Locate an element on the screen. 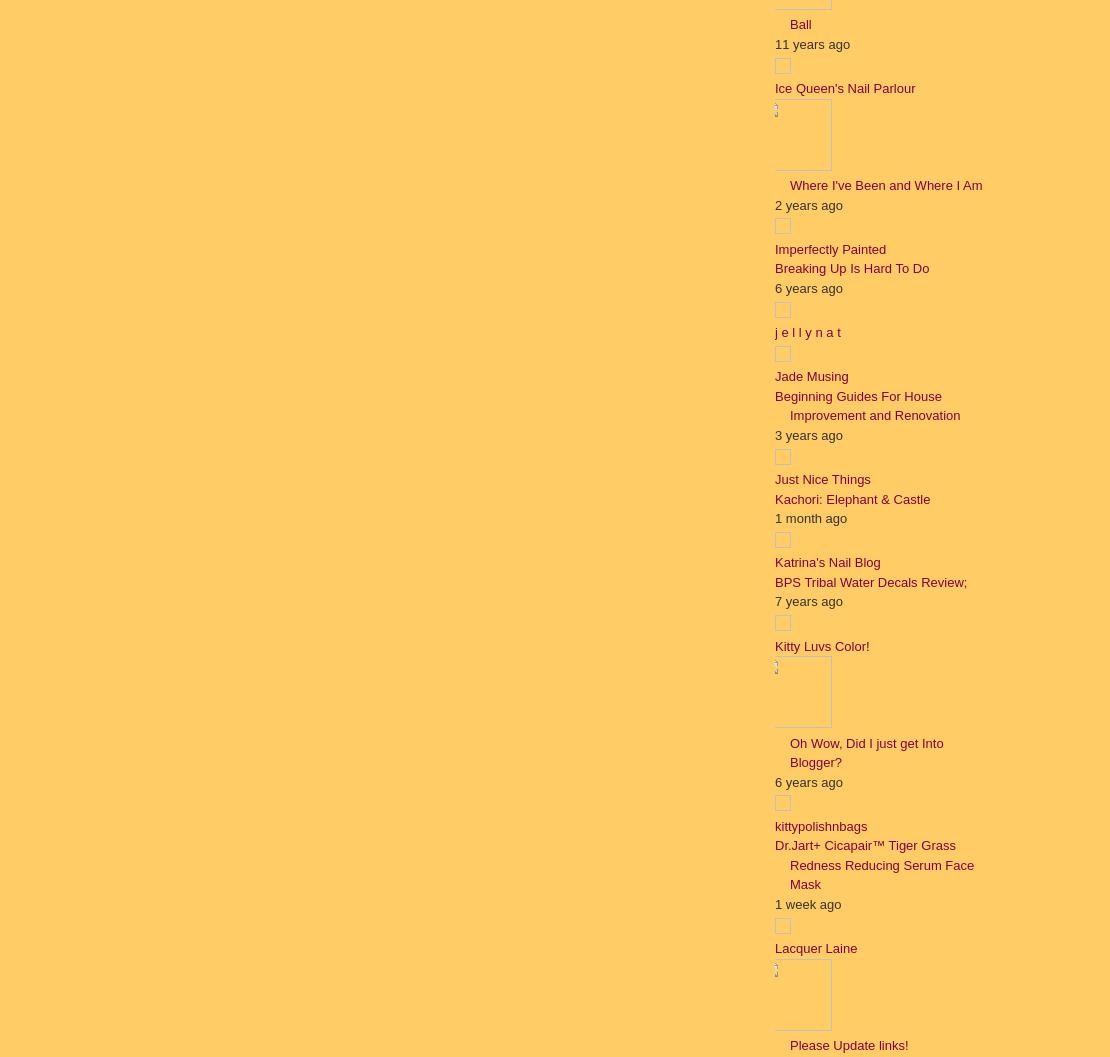  '3 years ago' is located at coordinates (808, 433).